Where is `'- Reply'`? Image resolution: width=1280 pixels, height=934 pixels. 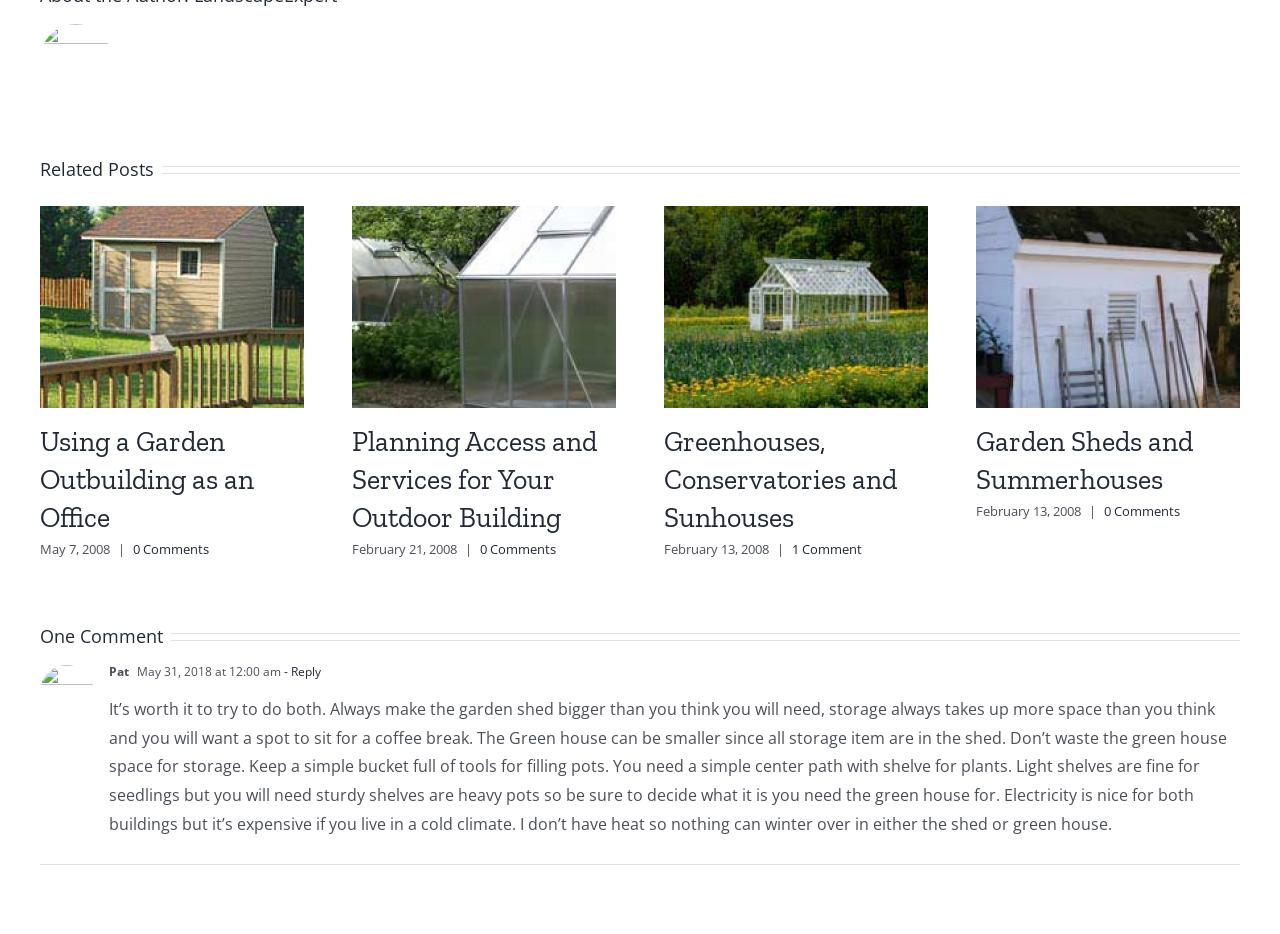
'- Reply' is located at coordinates (279, 669).